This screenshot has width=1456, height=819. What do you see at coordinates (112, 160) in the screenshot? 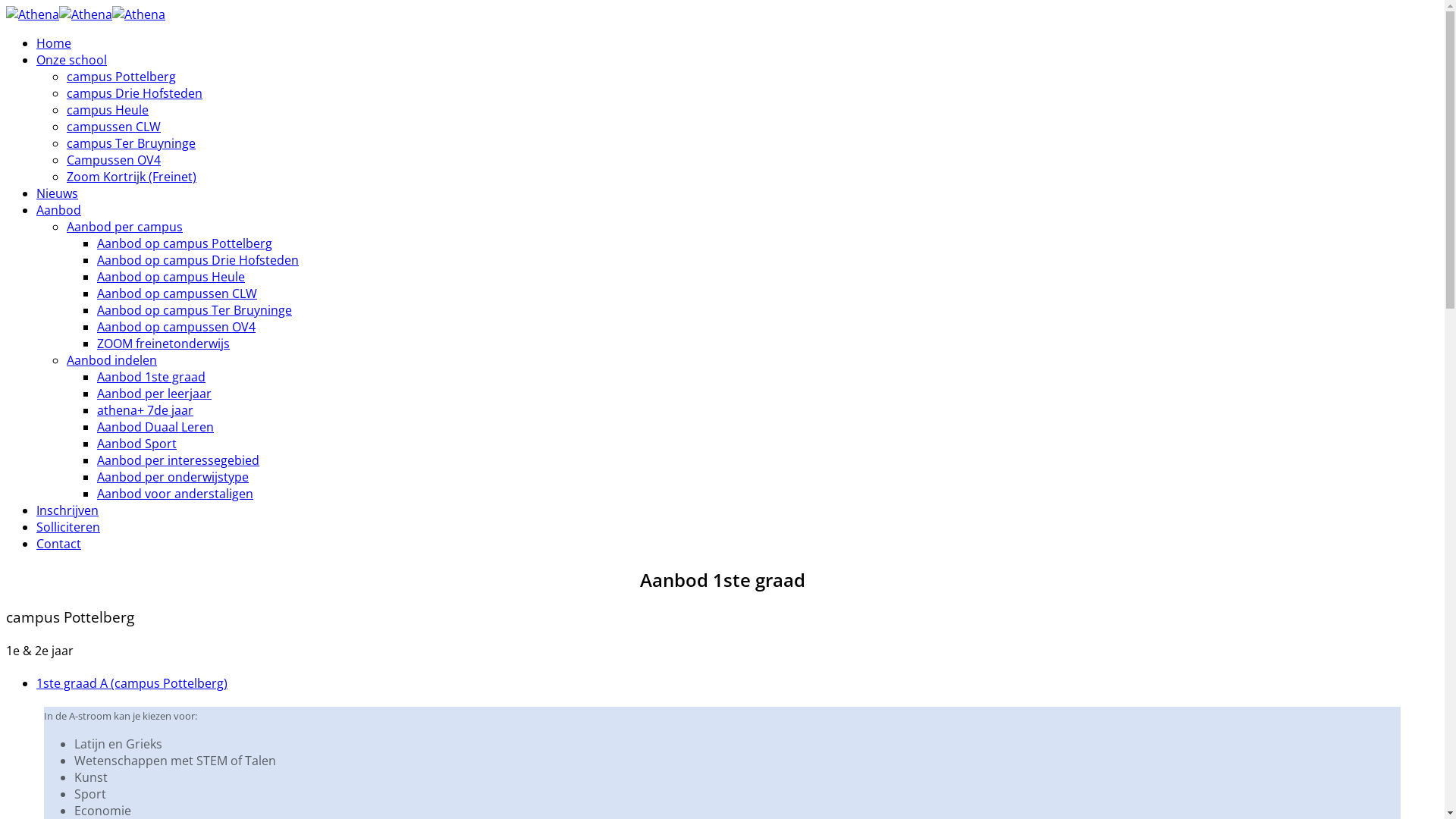
I see `'Campussen OV4'` at bounding box center [112, 160].